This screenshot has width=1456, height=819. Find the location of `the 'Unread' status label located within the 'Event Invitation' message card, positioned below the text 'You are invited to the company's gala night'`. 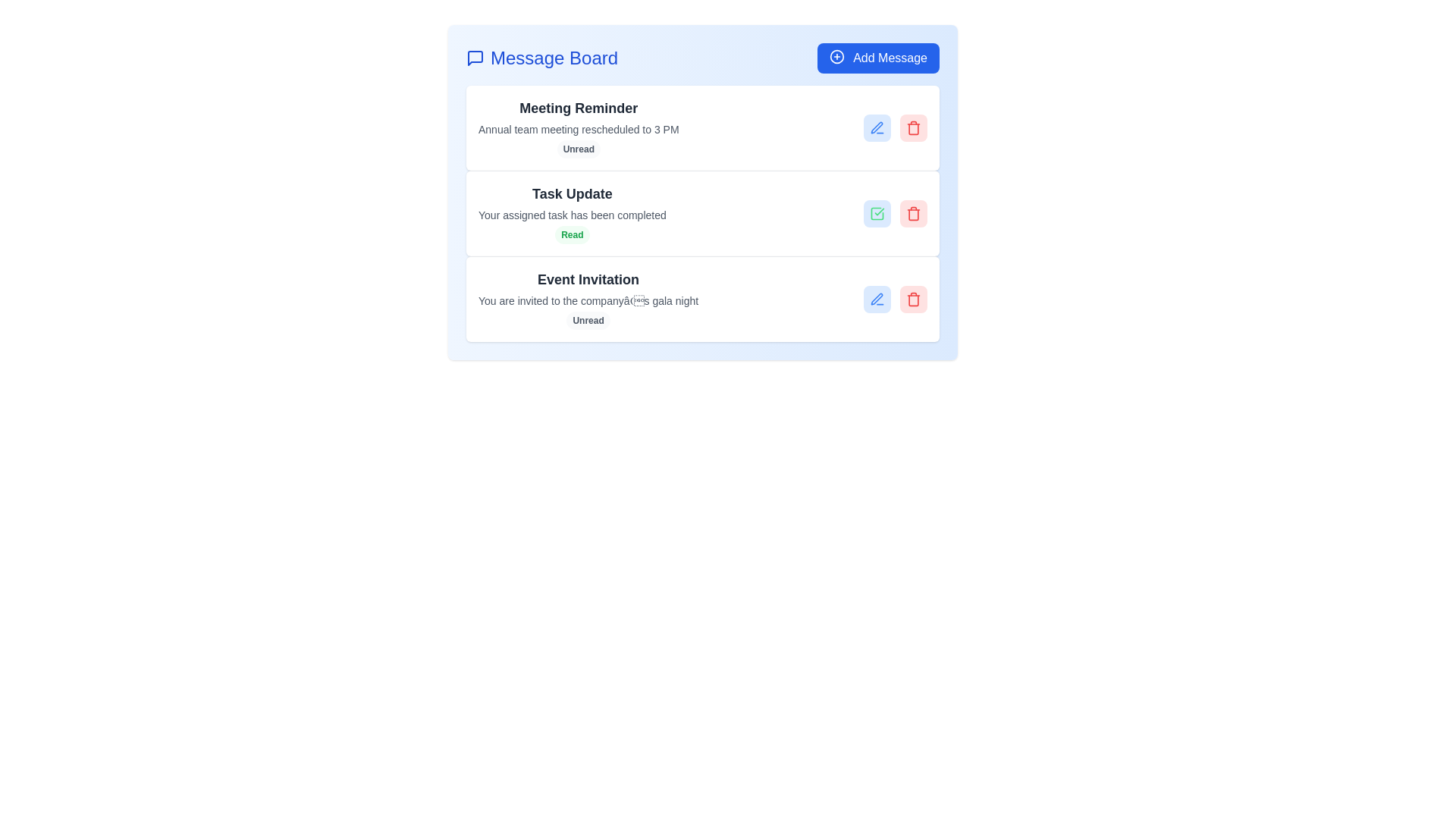

the 'Unread' status label located within the 'Event Invitation' message card, positioned below the text 'You are invited to the company's gala night' is located at coordinates (588, 320).